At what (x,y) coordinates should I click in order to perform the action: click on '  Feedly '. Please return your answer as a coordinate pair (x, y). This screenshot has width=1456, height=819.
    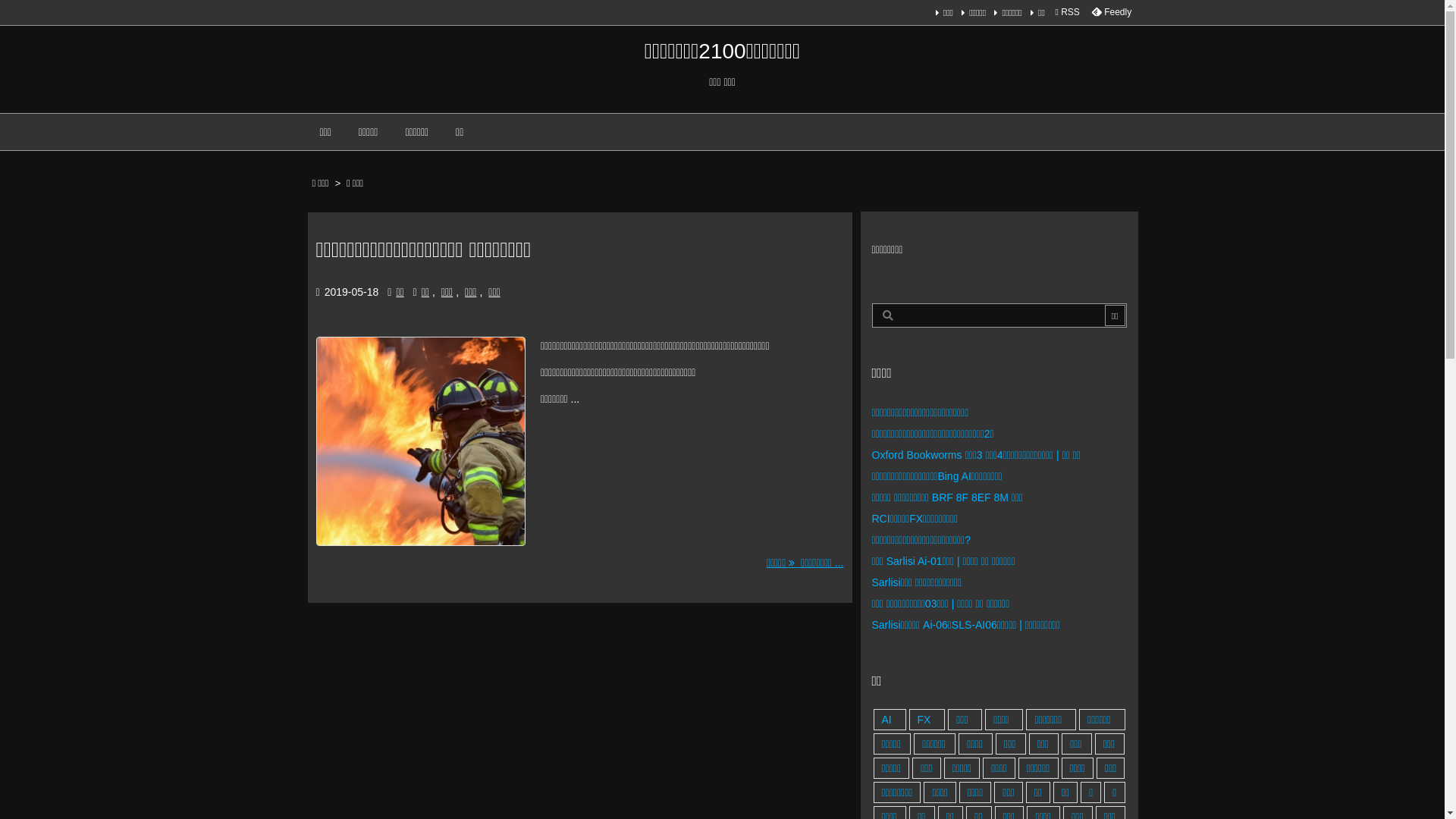
    Looking at the image, I should click on (1110, 11).